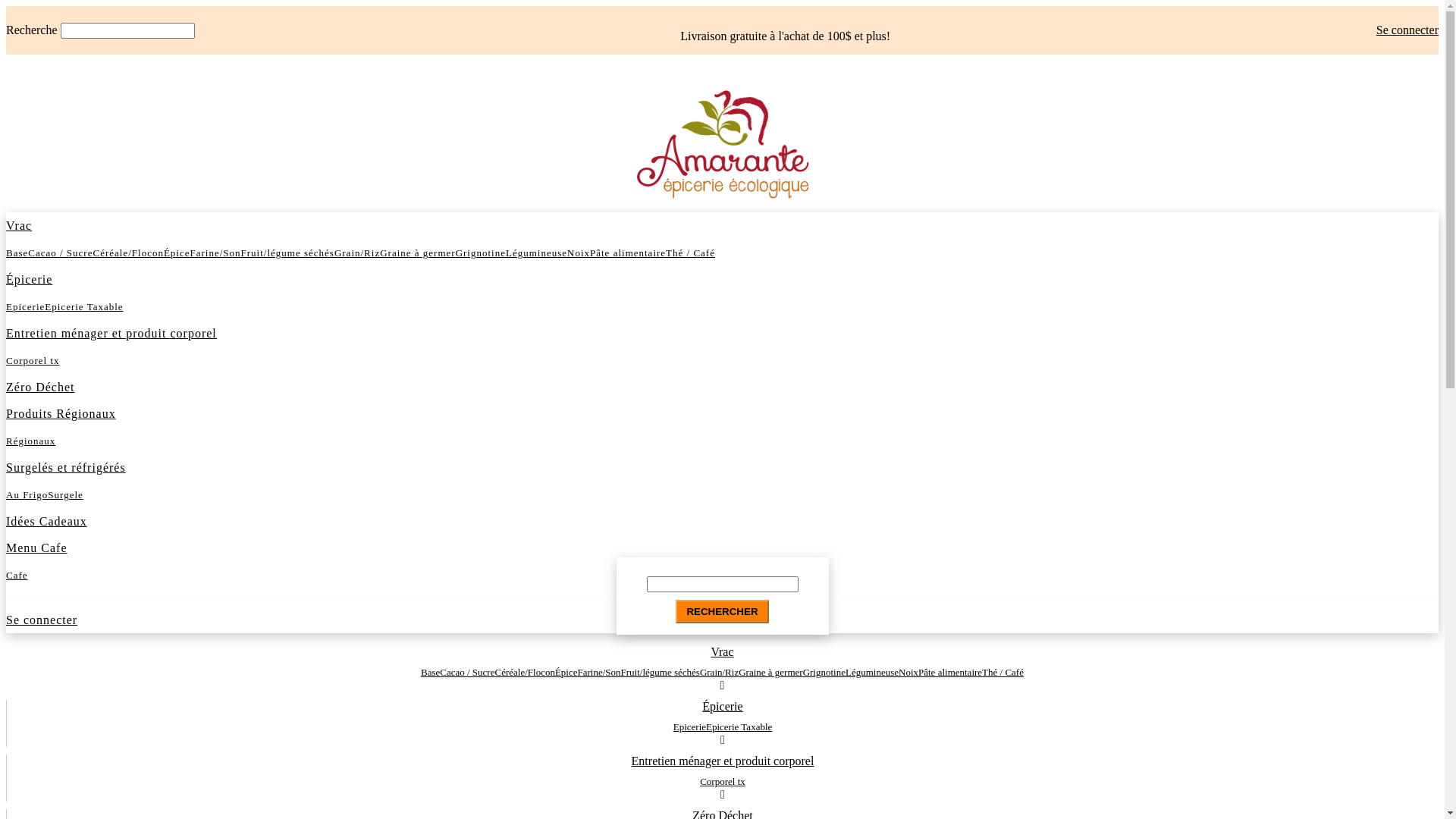  Describe the element at coordinates (334, 252) in the screenshot. I see `'Grain/Riz'` at that location.